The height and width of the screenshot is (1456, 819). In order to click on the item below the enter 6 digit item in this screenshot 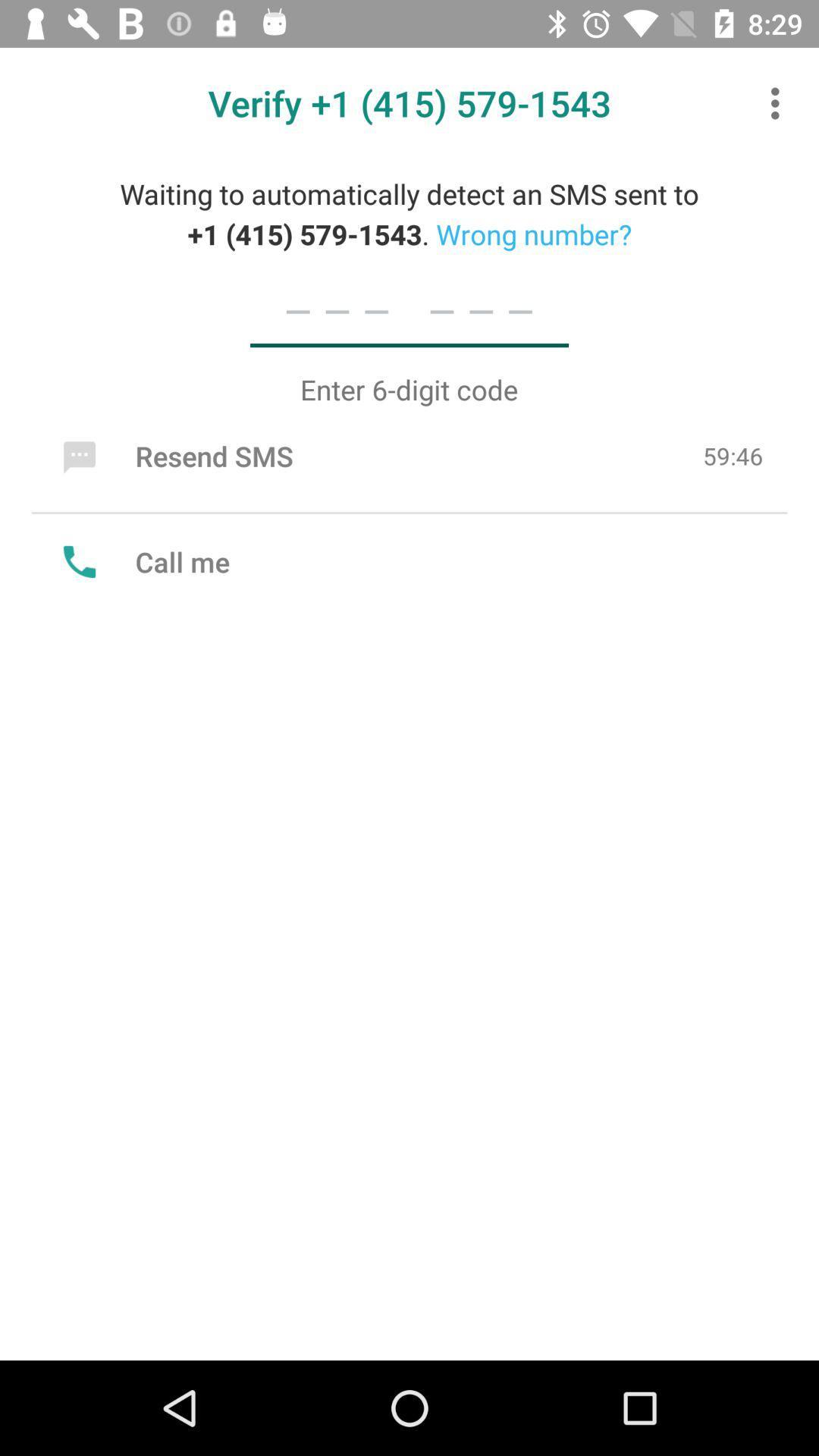, I will do `click(174, 455)`.